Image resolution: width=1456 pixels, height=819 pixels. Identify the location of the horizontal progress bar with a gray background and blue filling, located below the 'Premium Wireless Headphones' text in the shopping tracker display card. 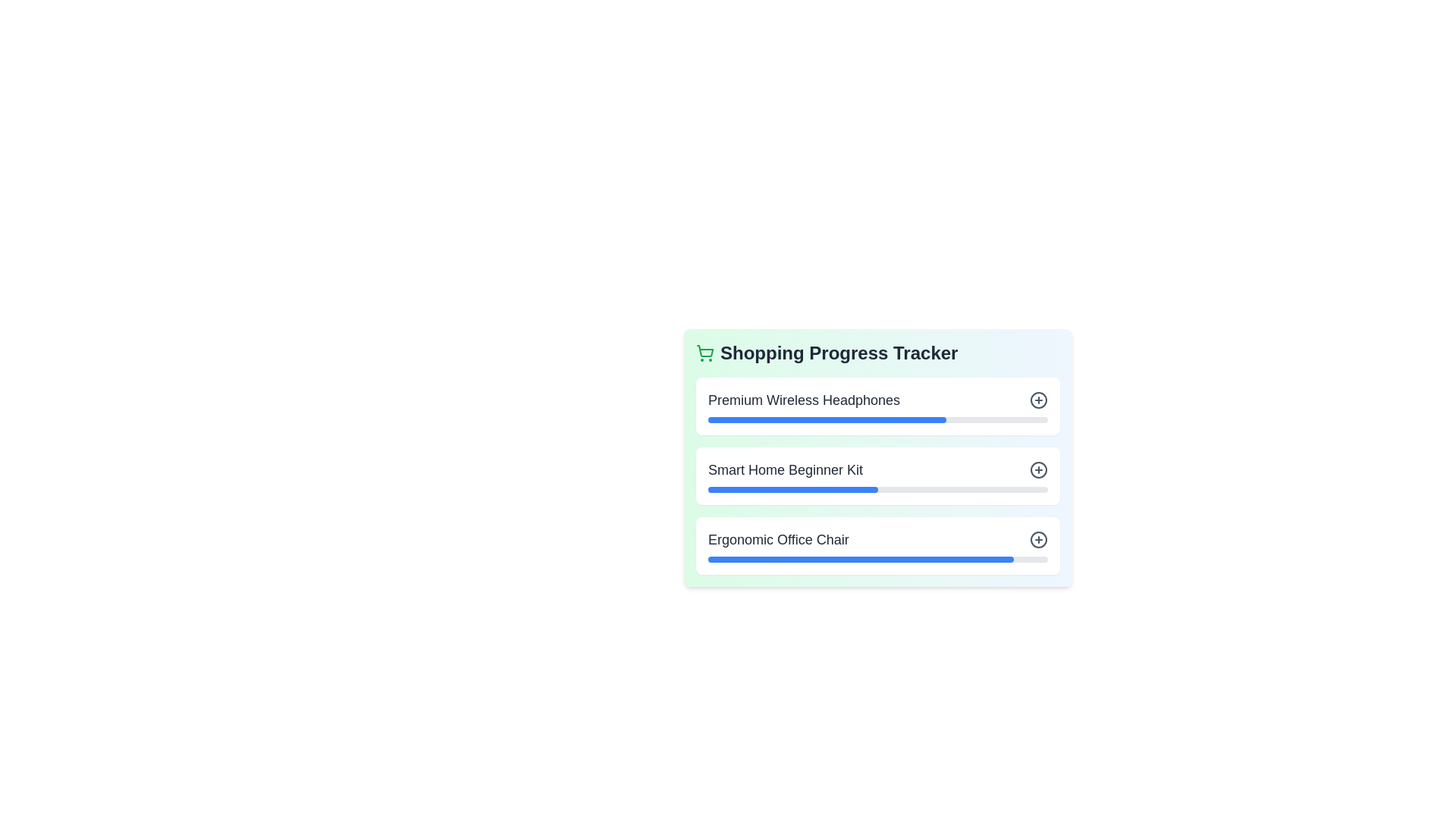
(877, 420).